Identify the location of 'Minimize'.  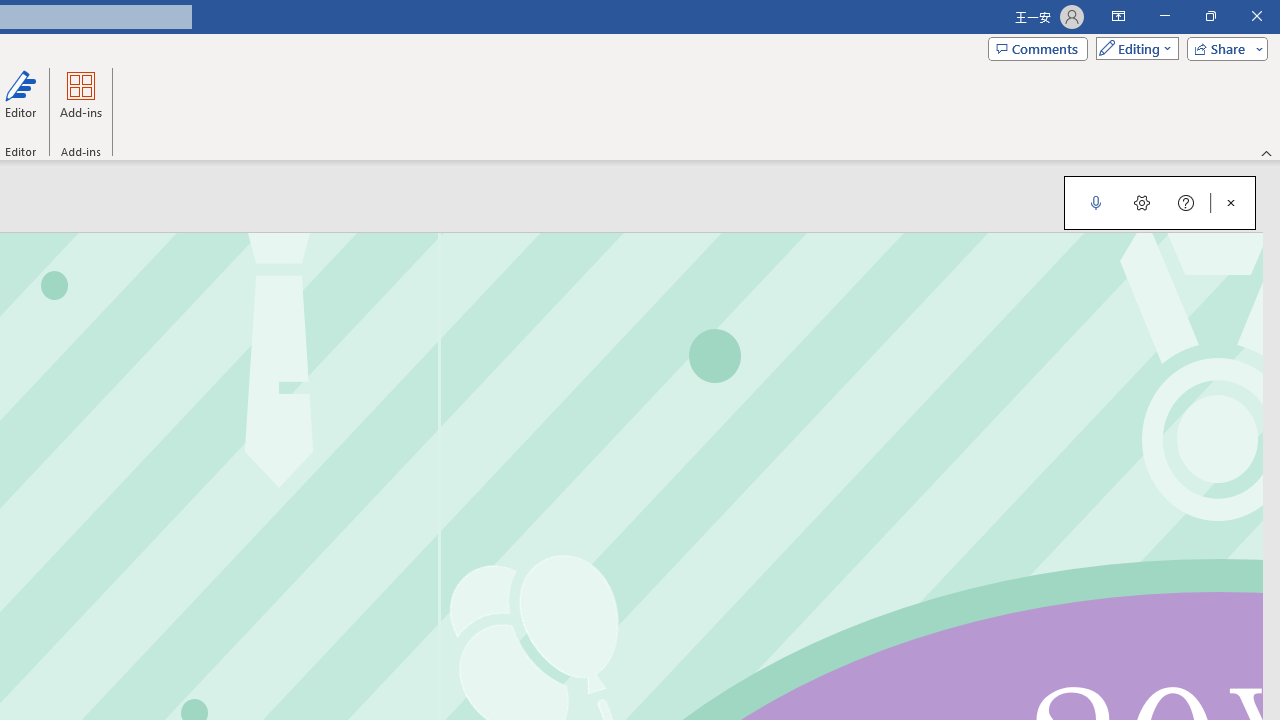
(1164, 16).